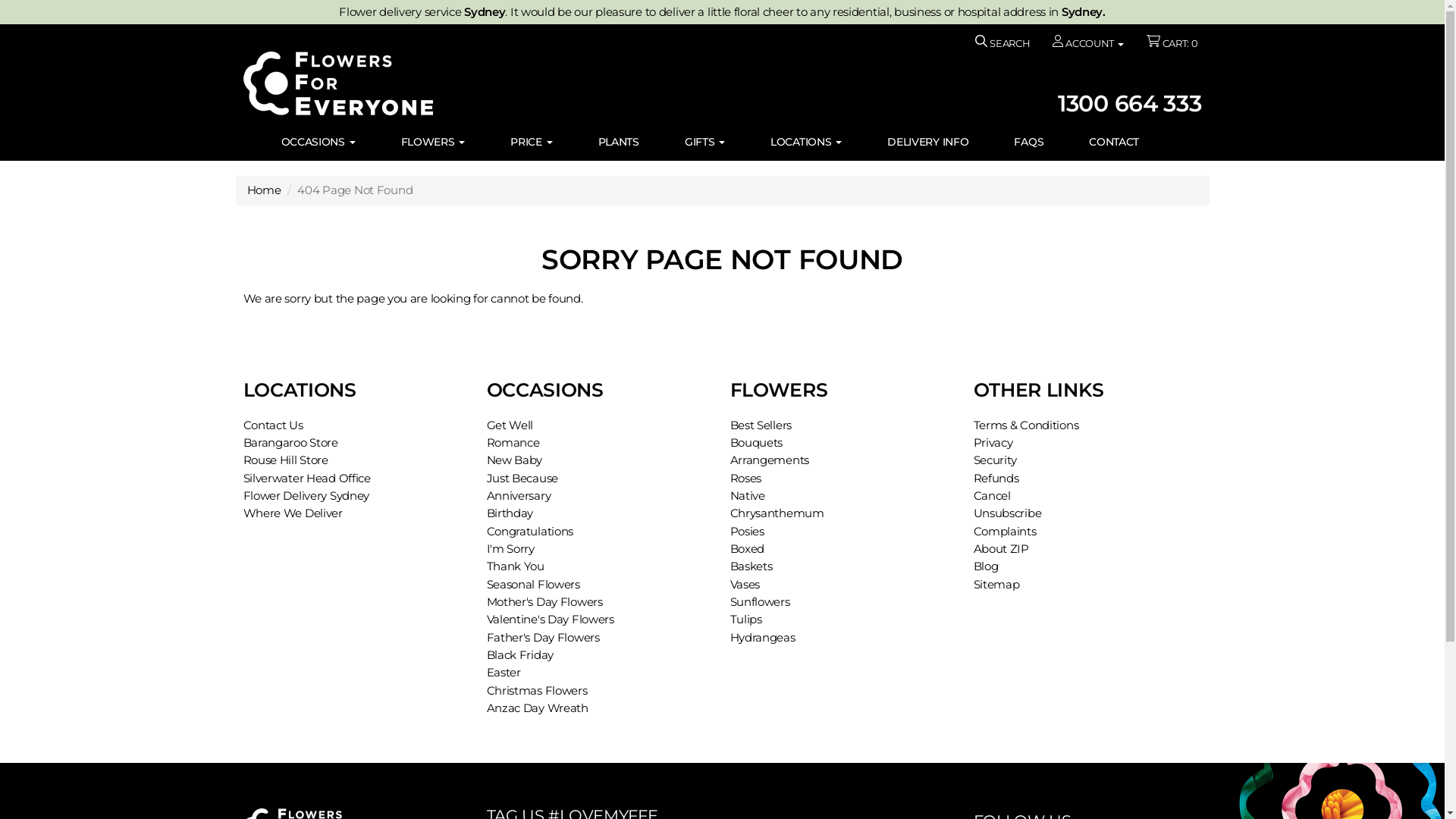 The width and height of the screenshot is (1456, 819). Describe the element at coordinates (729, 513) in the screenshot. I see `'Chrysanthemum'` at that location.